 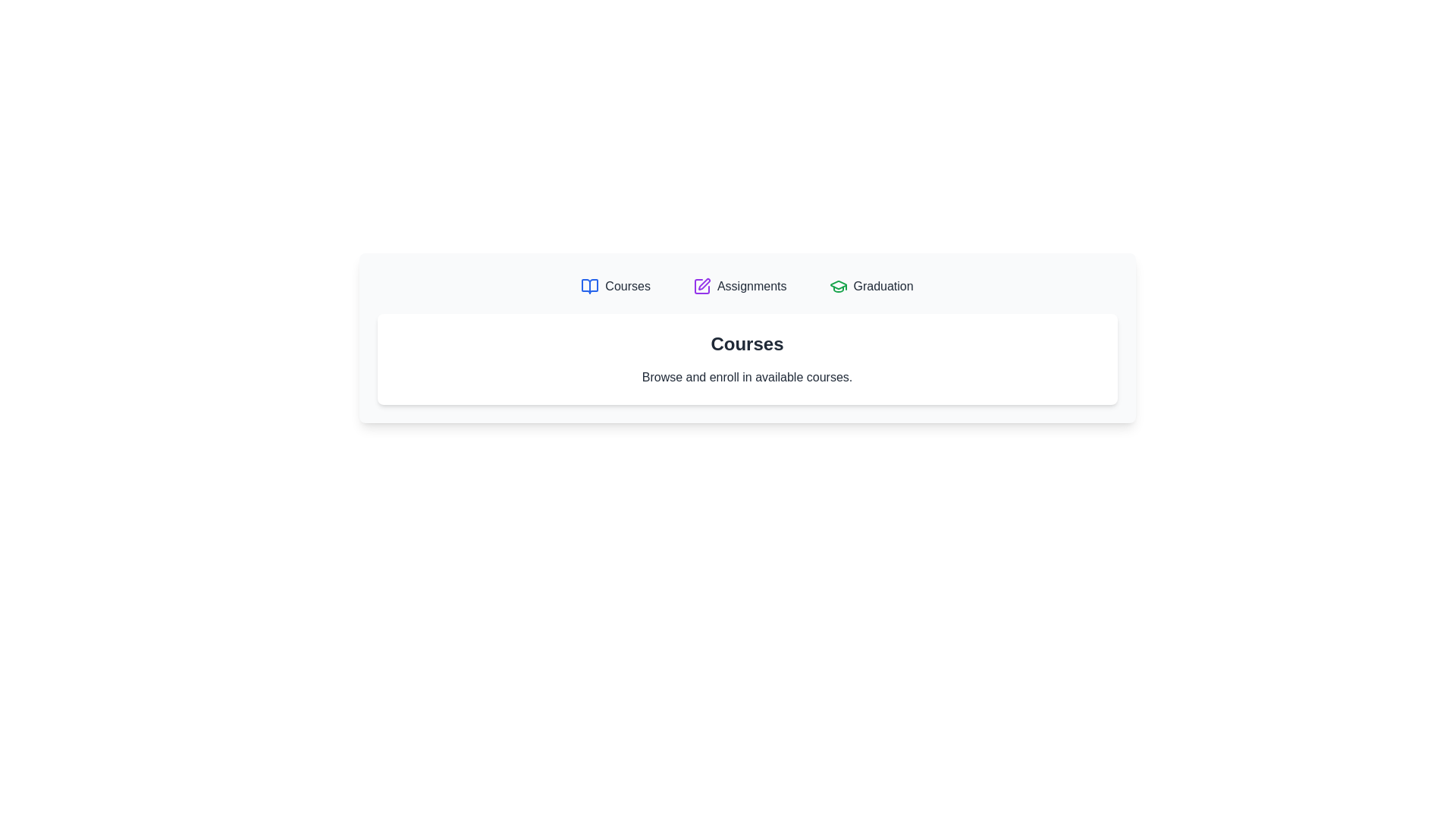 What do you see at coordinates (615, 287) in the screenshot?
I see `the Courses tab by clicking on its corresponding button` at bounding box center [615, 287].